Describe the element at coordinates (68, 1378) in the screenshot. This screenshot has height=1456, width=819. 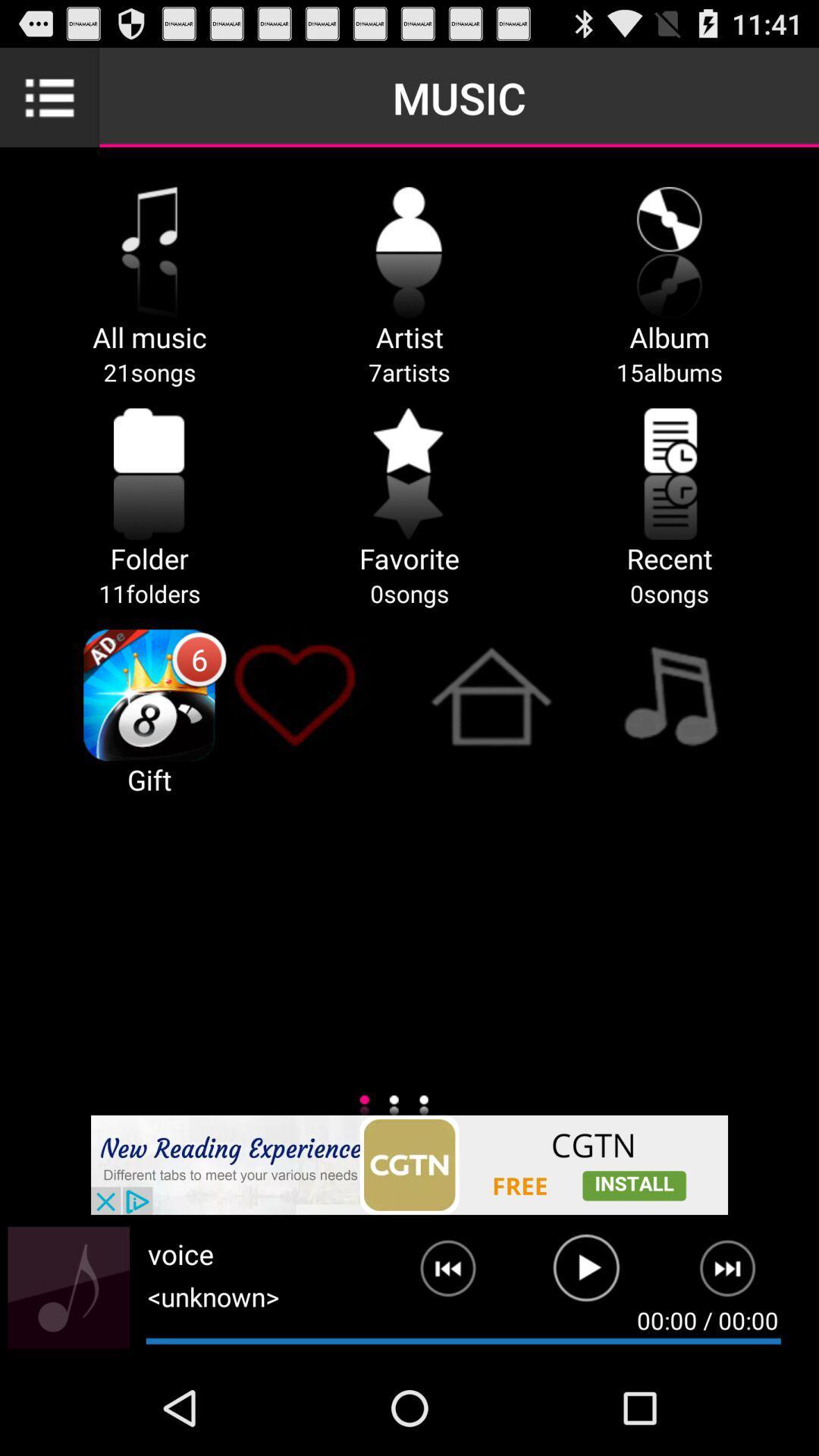
I see `the music icon` at that location.